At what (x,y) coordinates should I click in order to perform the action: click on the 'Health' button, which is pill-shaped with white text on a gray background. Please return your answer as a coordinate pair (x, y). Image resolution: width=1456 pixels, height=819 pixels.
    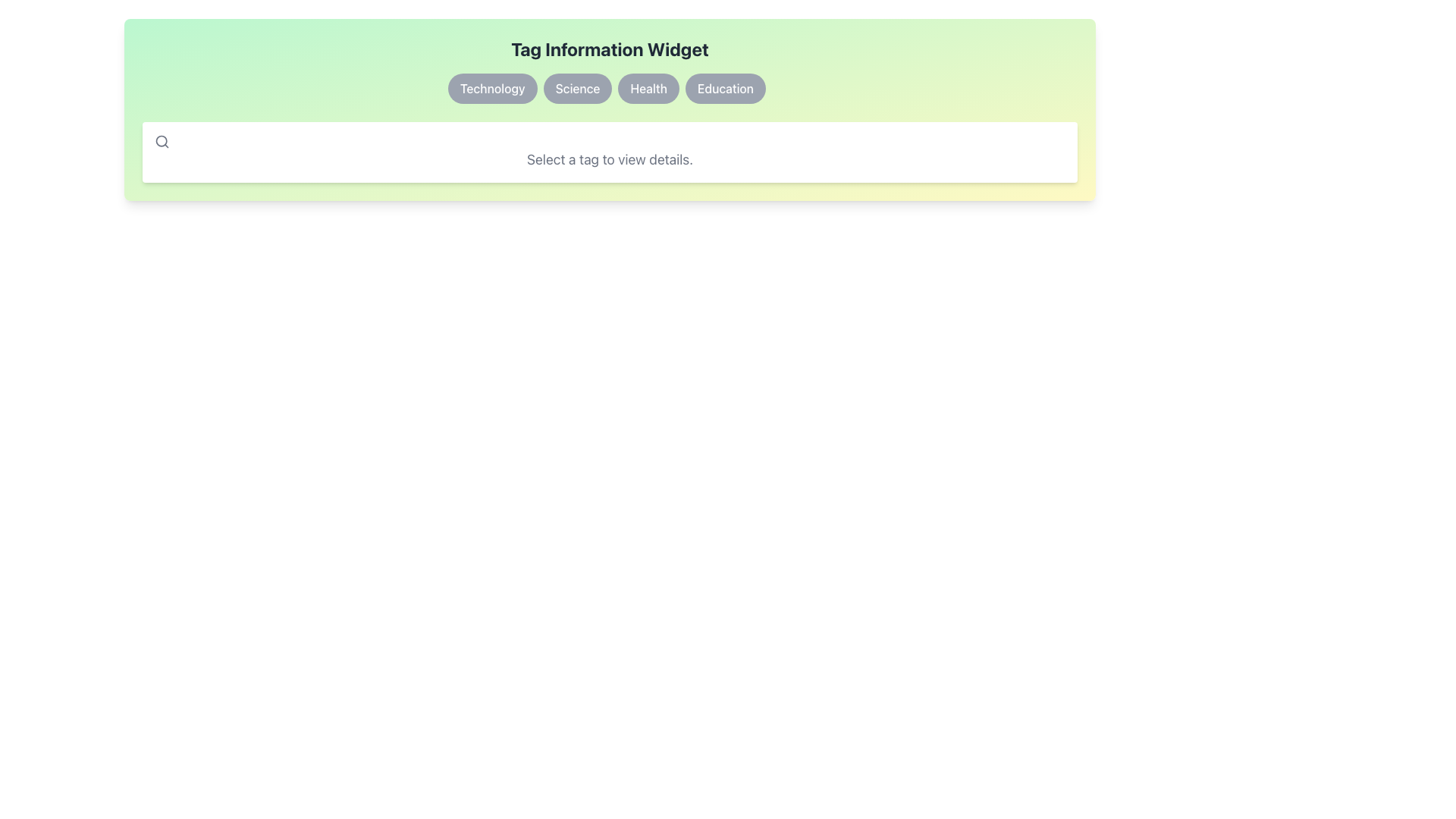
    Looking at the image, I should click on (648, 88).